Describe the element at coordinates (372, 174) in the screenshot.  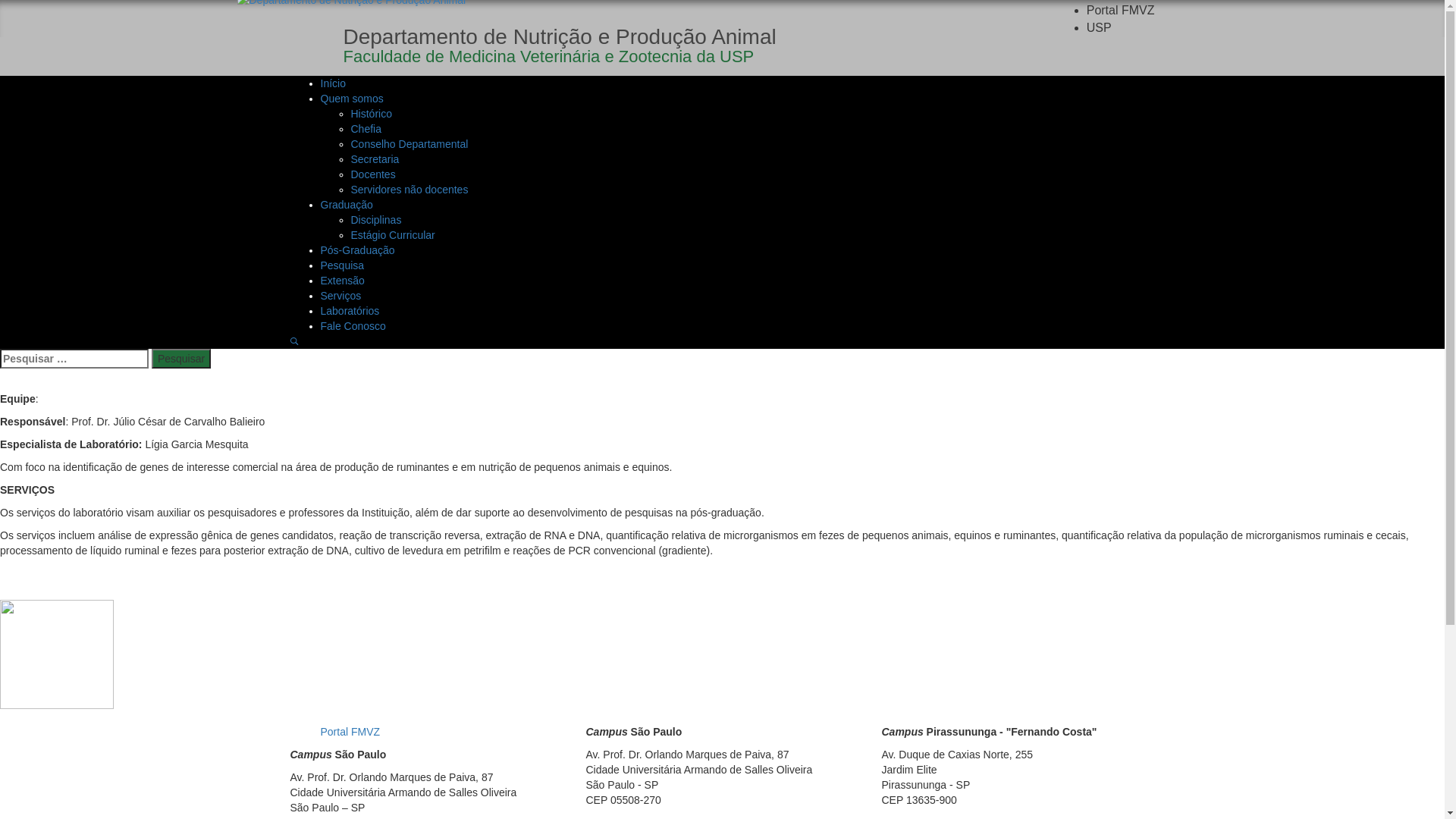
I see `'Docentes'` at that location.